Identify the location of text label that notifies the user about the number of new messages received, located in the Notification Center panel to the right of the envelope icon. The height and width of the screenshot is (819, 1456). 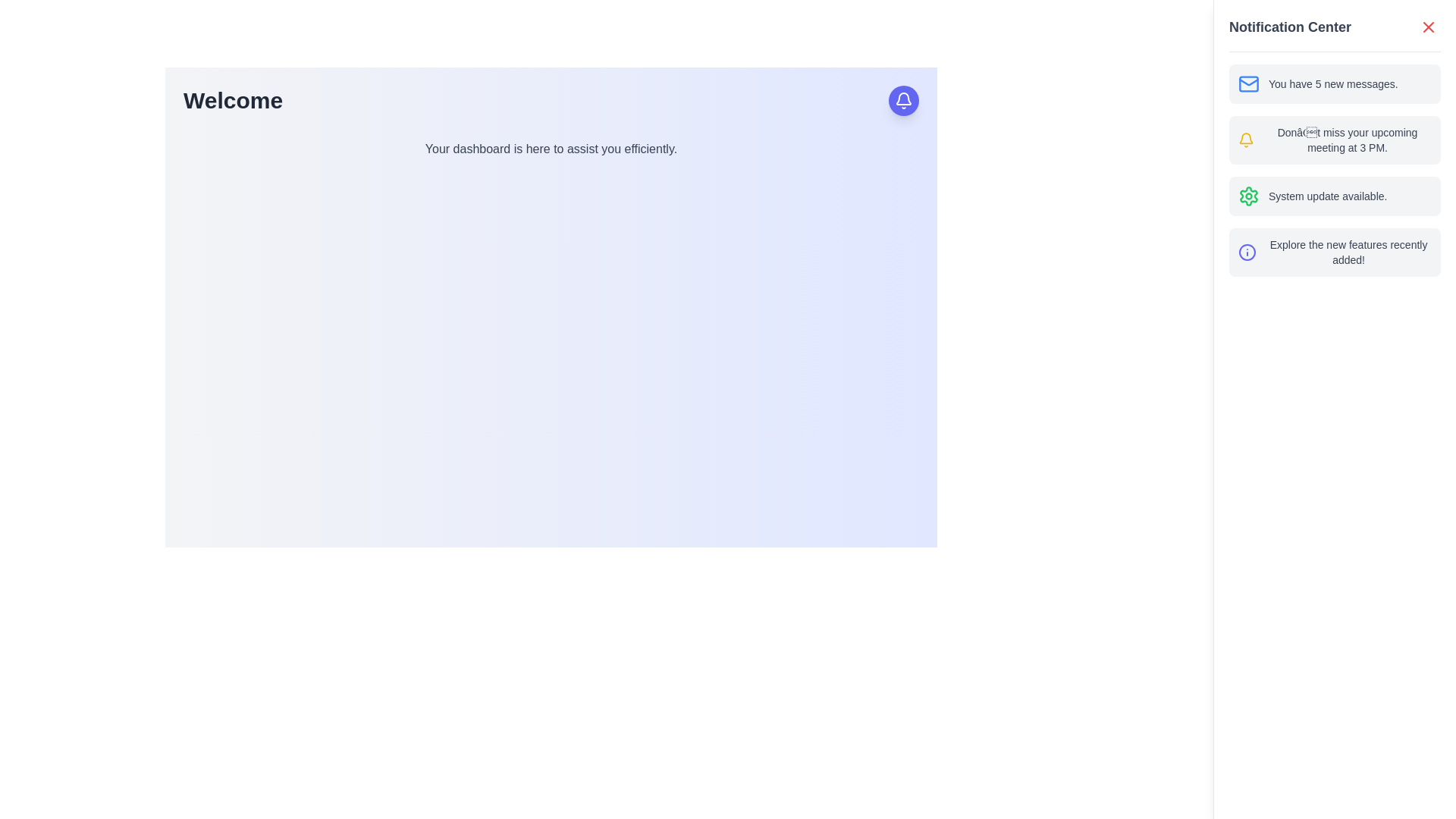
(1332, 84).